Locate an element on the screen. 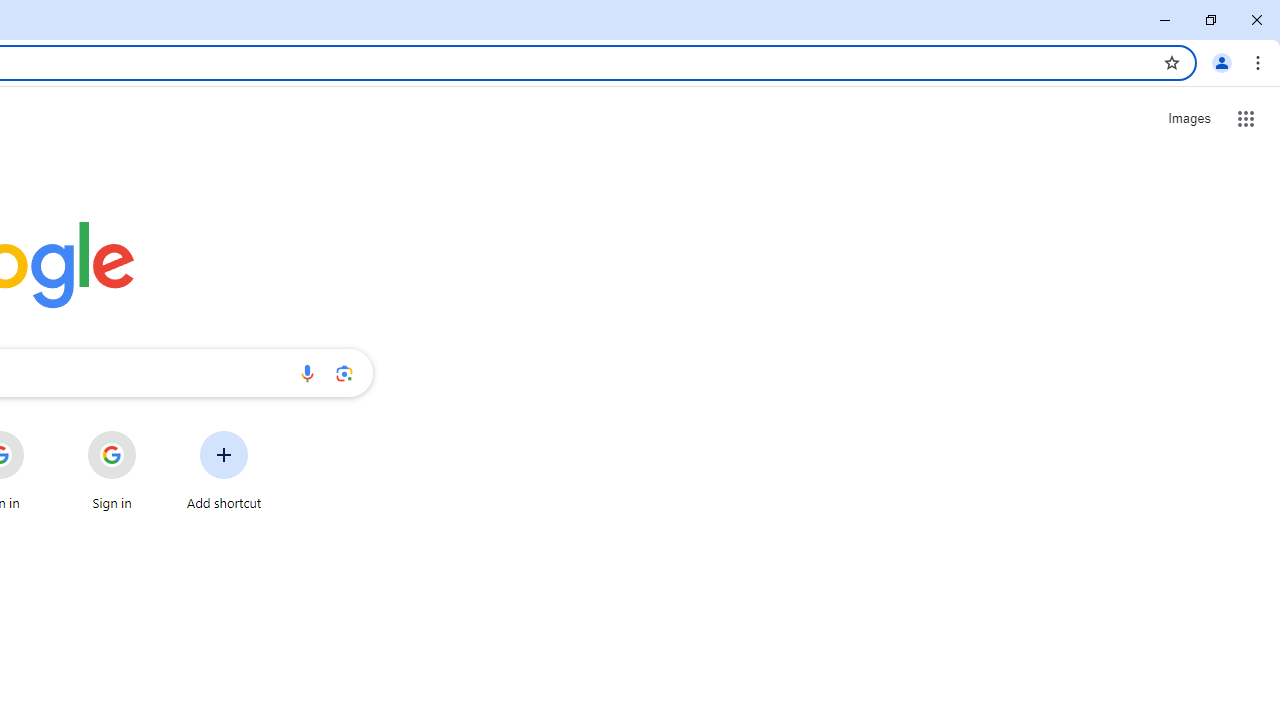  'Search by image' is located at coordinates (344, 372).